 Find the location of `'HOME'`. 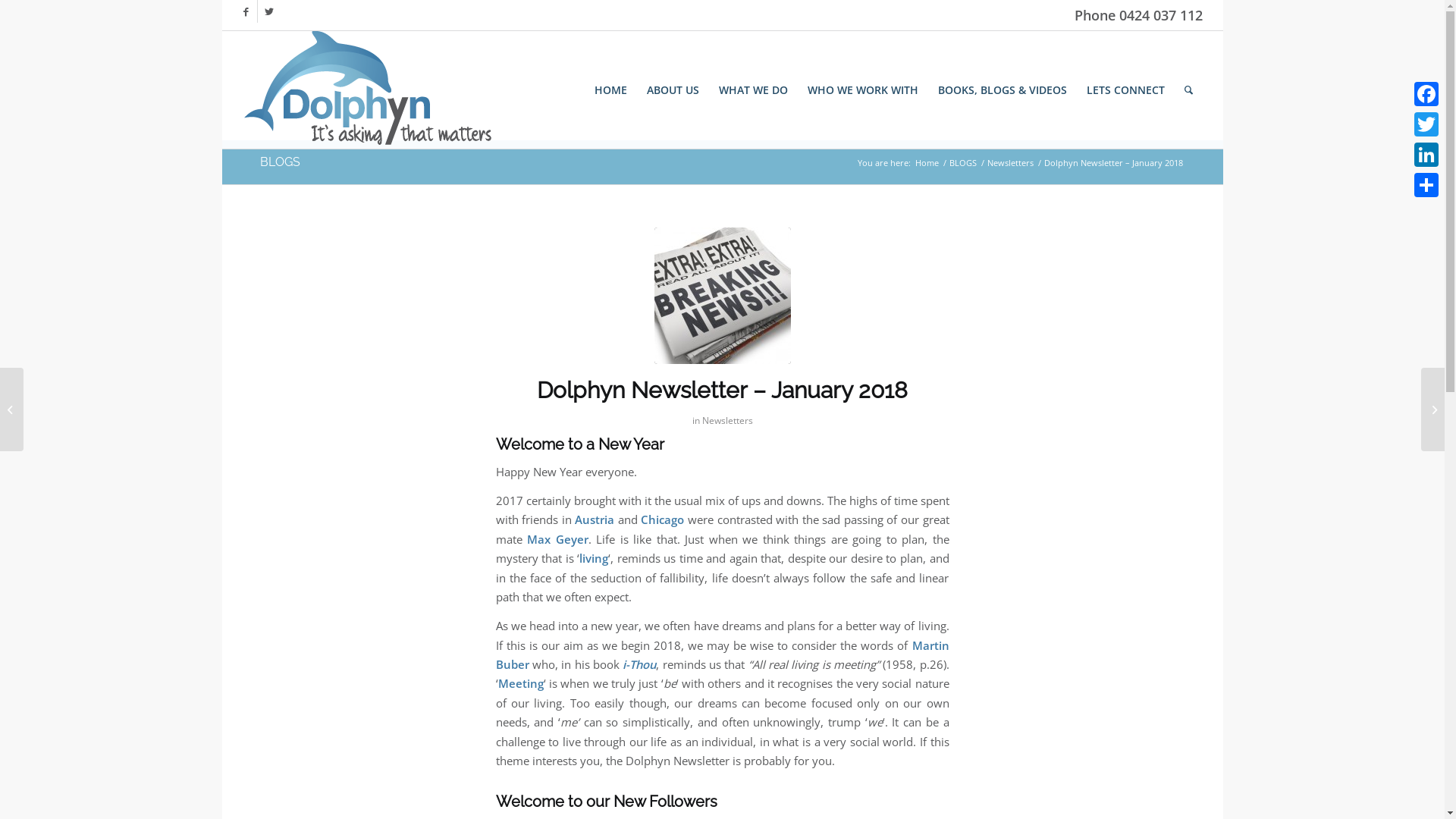

'HOME' is located at coordinates (610, 89).